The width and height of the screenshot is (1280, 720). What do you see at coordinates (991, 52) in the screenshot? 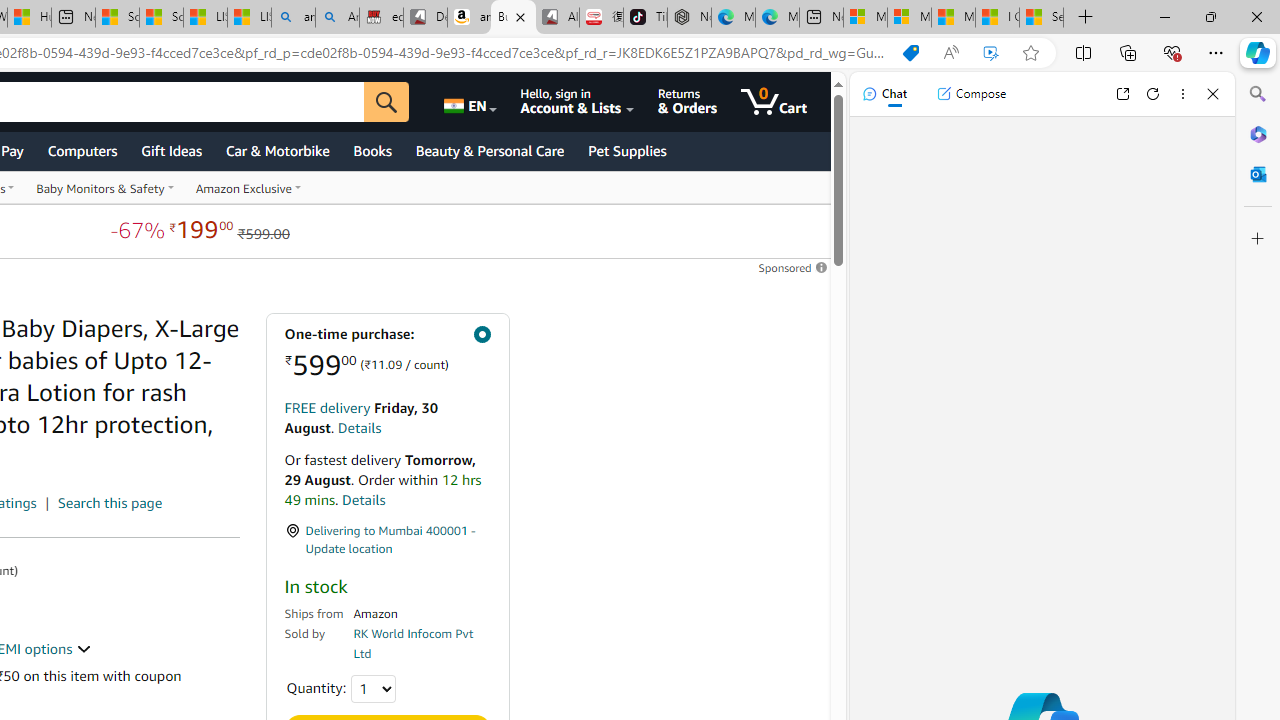
I see `'Enhance video'` at bounding box center [991, 52].